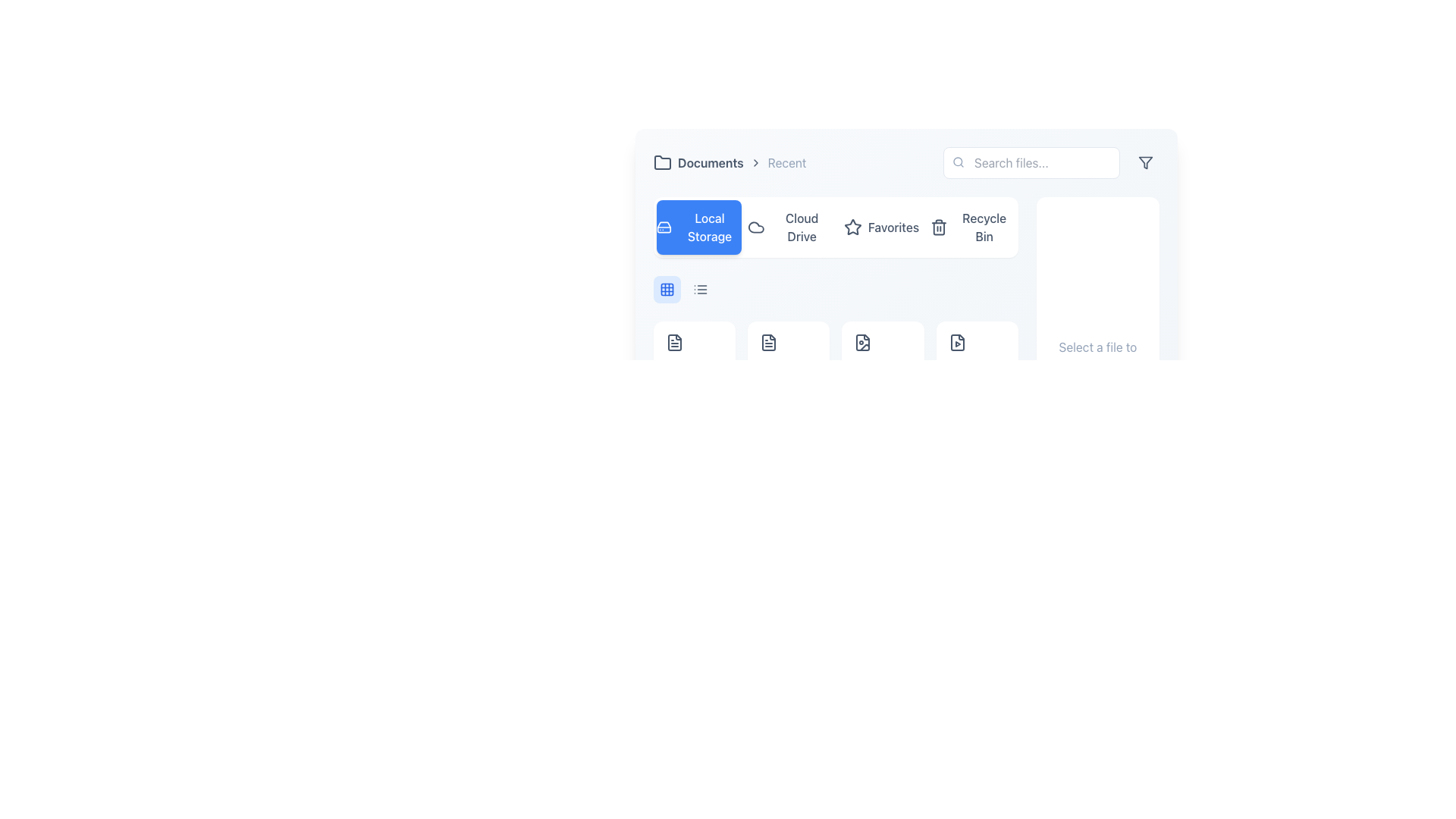  I want to click on the list icon button, which is the second icon in the row of clickable icons located in the upper section of the interface, so click(700, 289).